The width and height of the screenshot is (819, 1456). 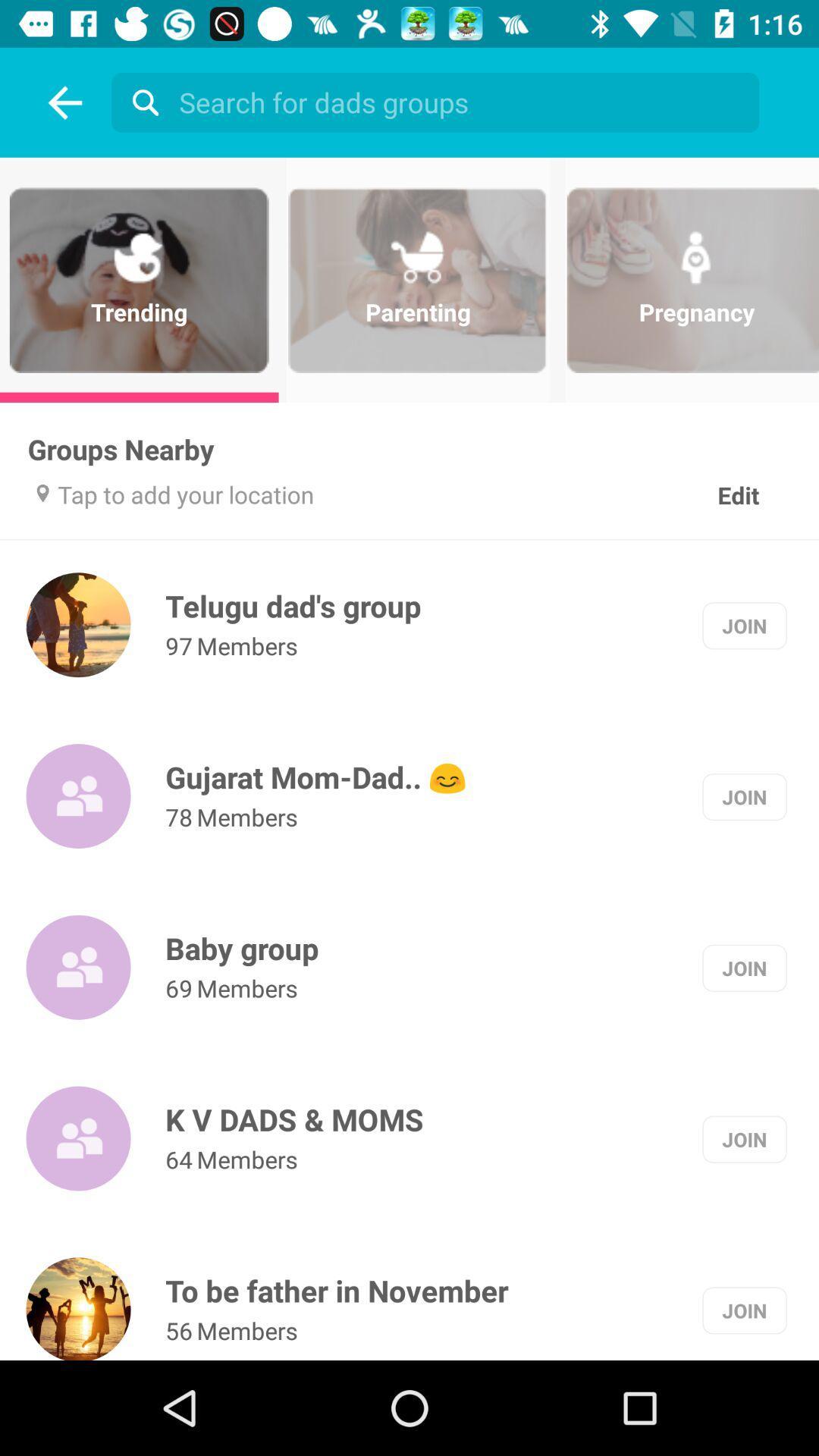 What do you see at coordinates (241, 947) in the screenshot?
I see `baby group` at bounding box center [241, 947].